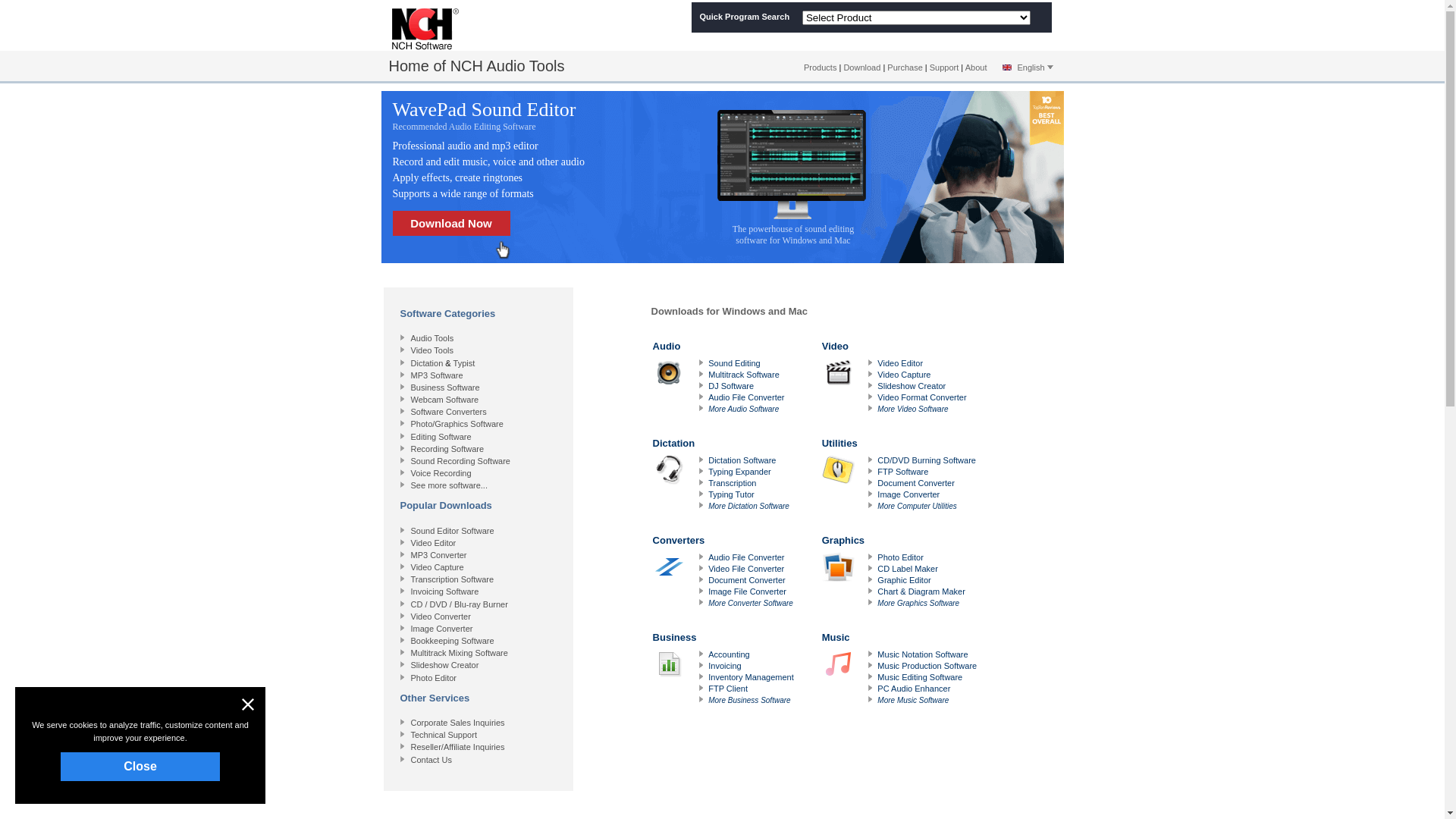 This screenshot has width=1456, height=819. What do you see at coordinates (443, 733) in the screenshot?
I see `'Technical Support'` at bounding box center [443, 733].